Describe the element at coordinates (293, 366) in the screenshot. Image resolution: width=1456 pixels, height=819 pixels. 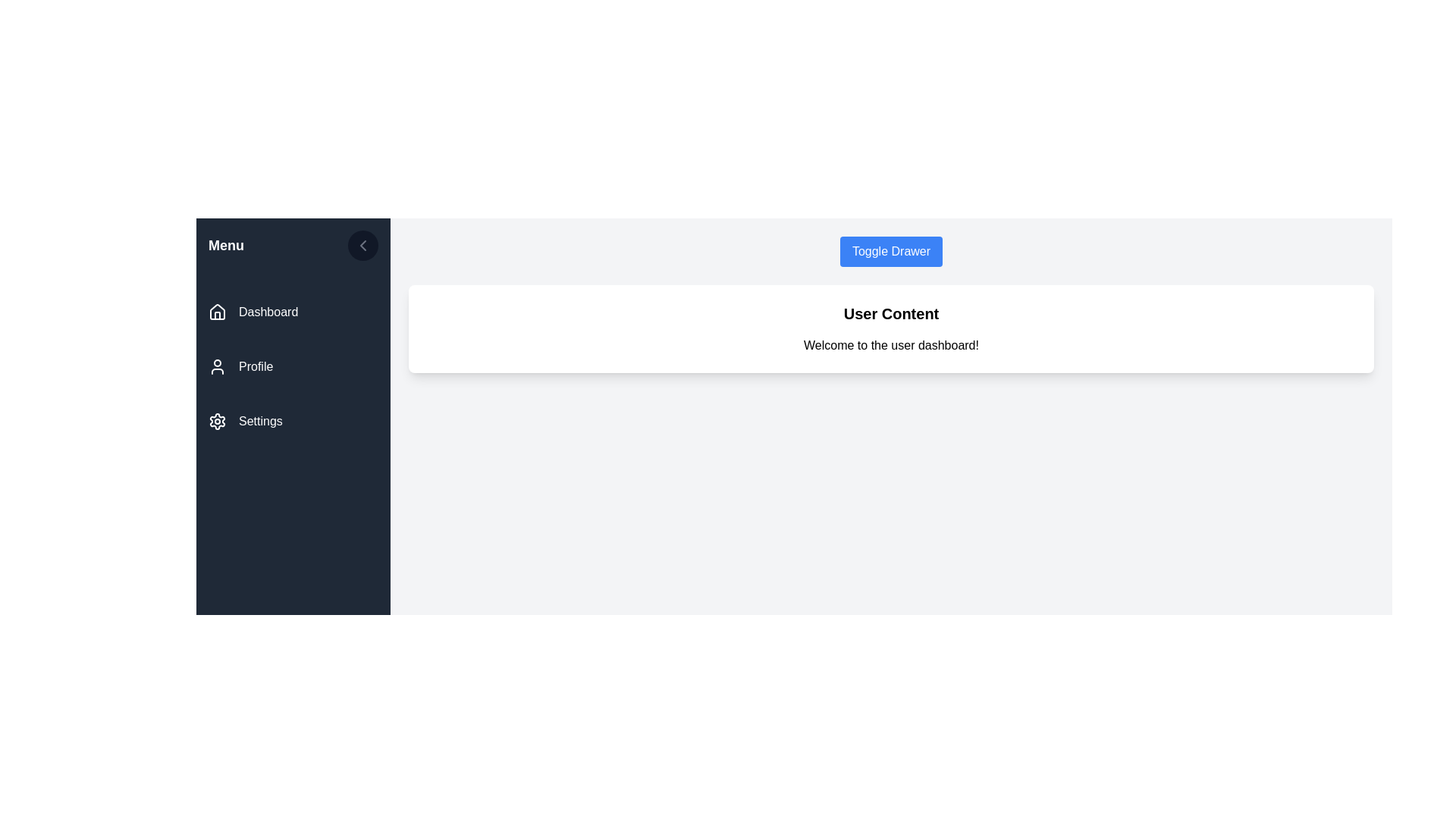
I see `the 'Profile' Navigation Menu Item located in the vertical menu on a dark blue background` at that location.